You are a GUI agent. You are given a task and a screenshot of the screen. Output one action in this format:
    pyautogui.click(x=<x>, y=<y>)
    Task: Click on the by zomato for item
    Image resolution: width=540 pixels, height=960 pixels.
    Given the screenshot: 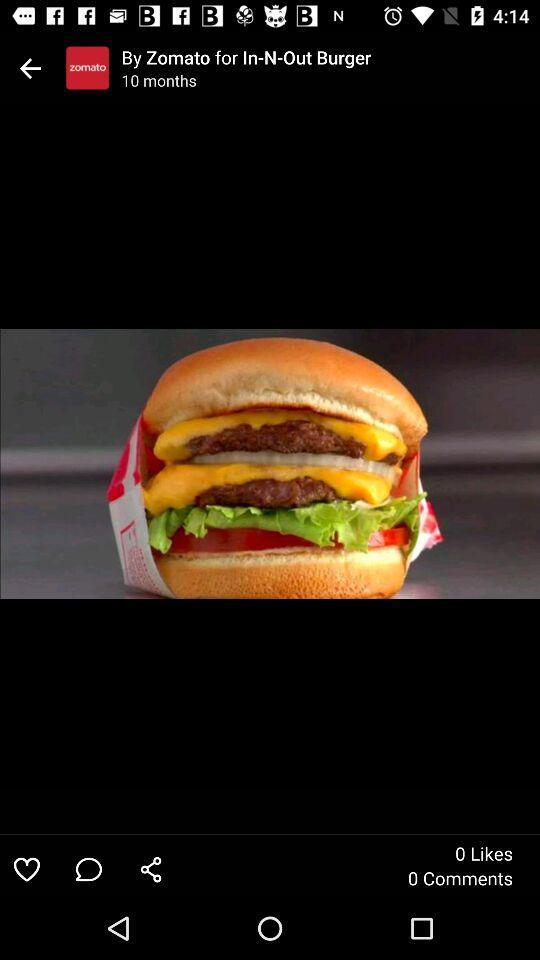 What is the action you would take?
    pyautogui.click(x=330, y=56)
    